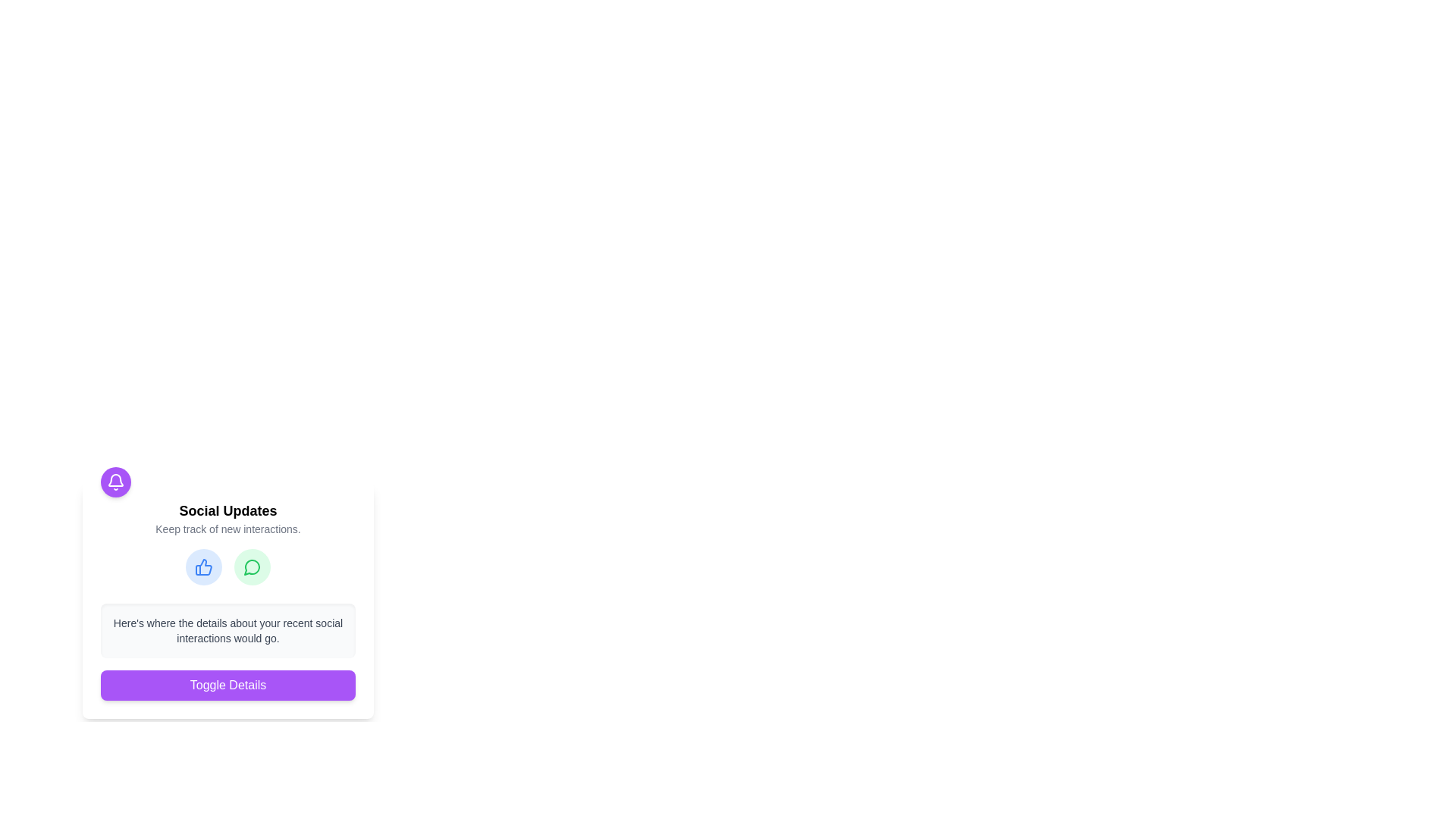 This screenshot has height=819, width=1456. What do you see at coordinates (252, 567) in the screenshot?
I see `the green circular icon resembling a speech bubble located in the middle portion of the 'Social Updates' card for interaction` at bounding box center [252, 567].